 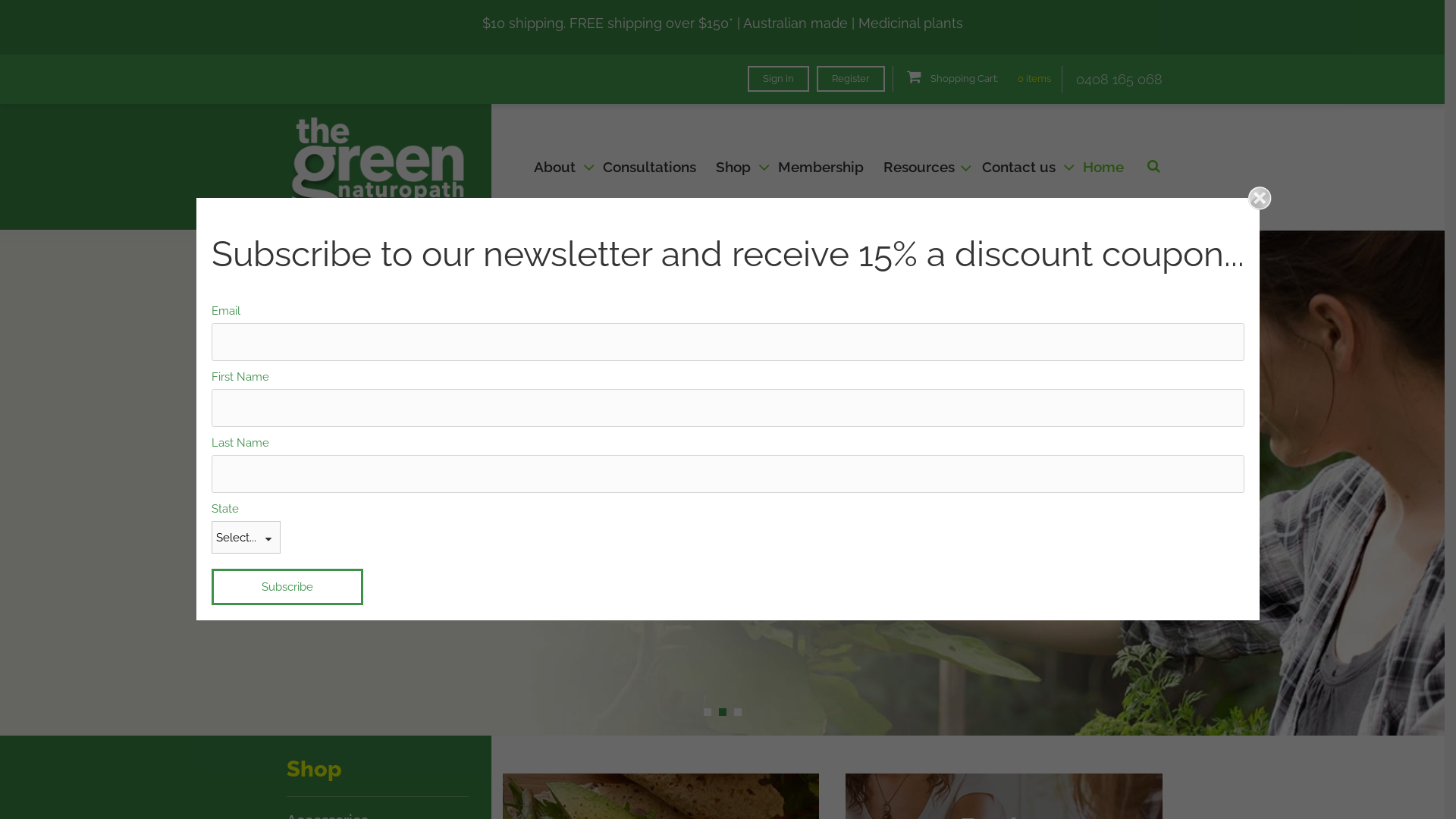 What do you see at coordinates (1259, 197) in the screenshot?
I see `'Close'` at bounding box center [1259, 197].